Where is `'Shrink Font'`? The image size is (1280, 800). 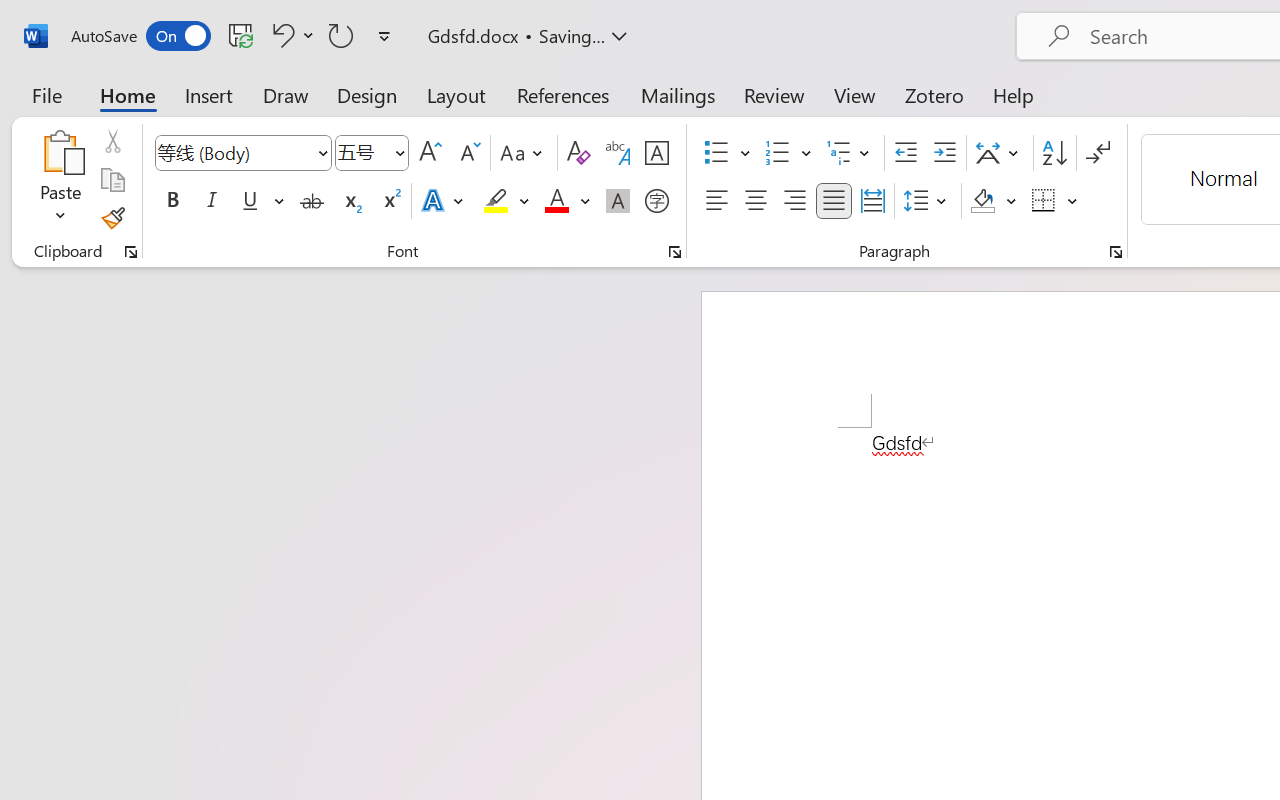
'Shrink Font' is located at coordinates (467, 153).